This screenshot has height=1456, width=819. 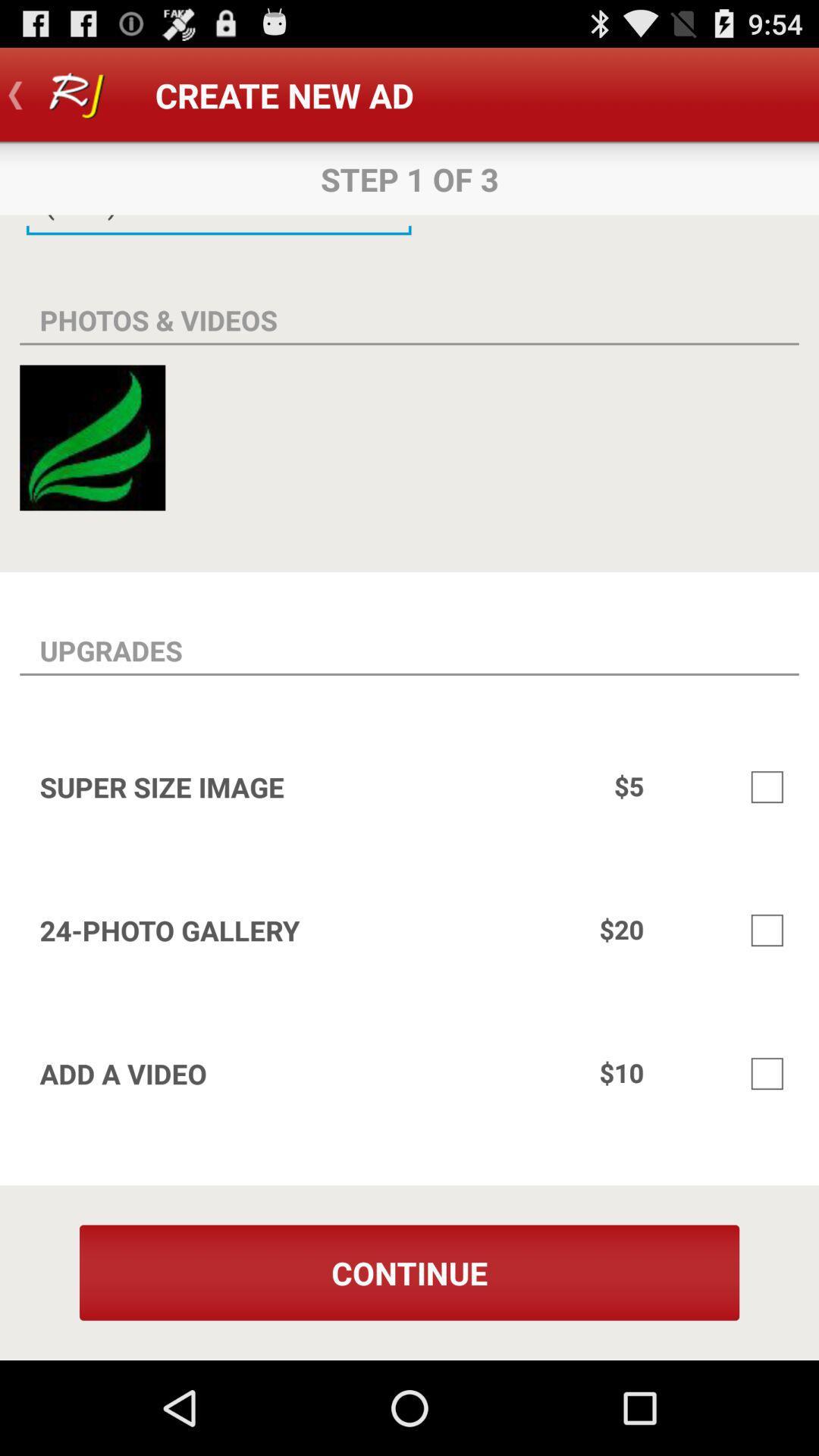 What do you see at coordinates (767, 930) in the screenshot?
I see `checkbox` at bounding box center [767, 930].